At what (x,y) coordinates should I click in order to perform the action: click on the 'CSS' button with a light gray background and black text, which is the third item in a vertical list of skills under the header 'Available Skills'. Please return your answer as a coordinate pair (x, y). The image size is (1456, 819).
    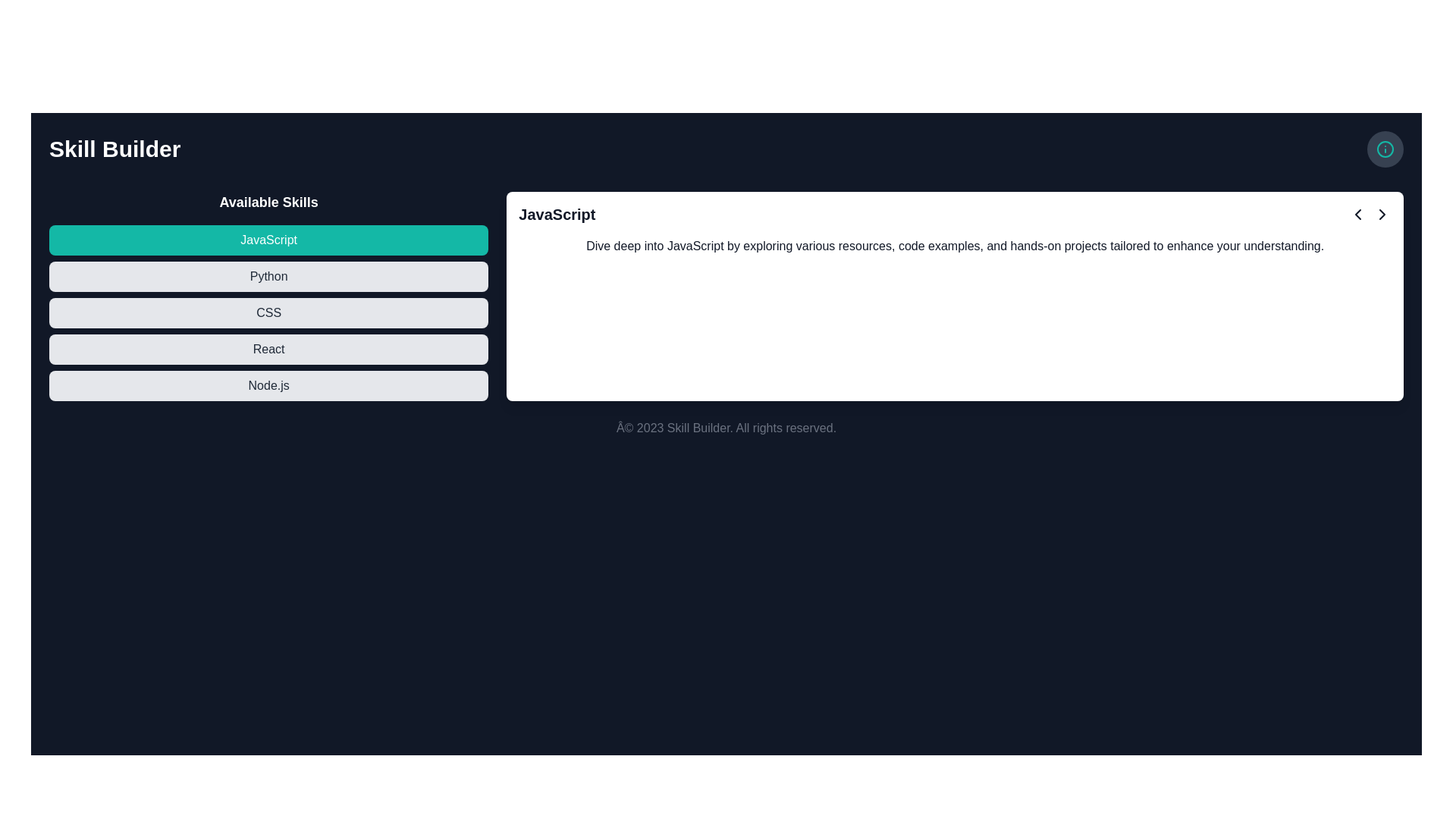
    Looking at the image, I should click on (268, 312).